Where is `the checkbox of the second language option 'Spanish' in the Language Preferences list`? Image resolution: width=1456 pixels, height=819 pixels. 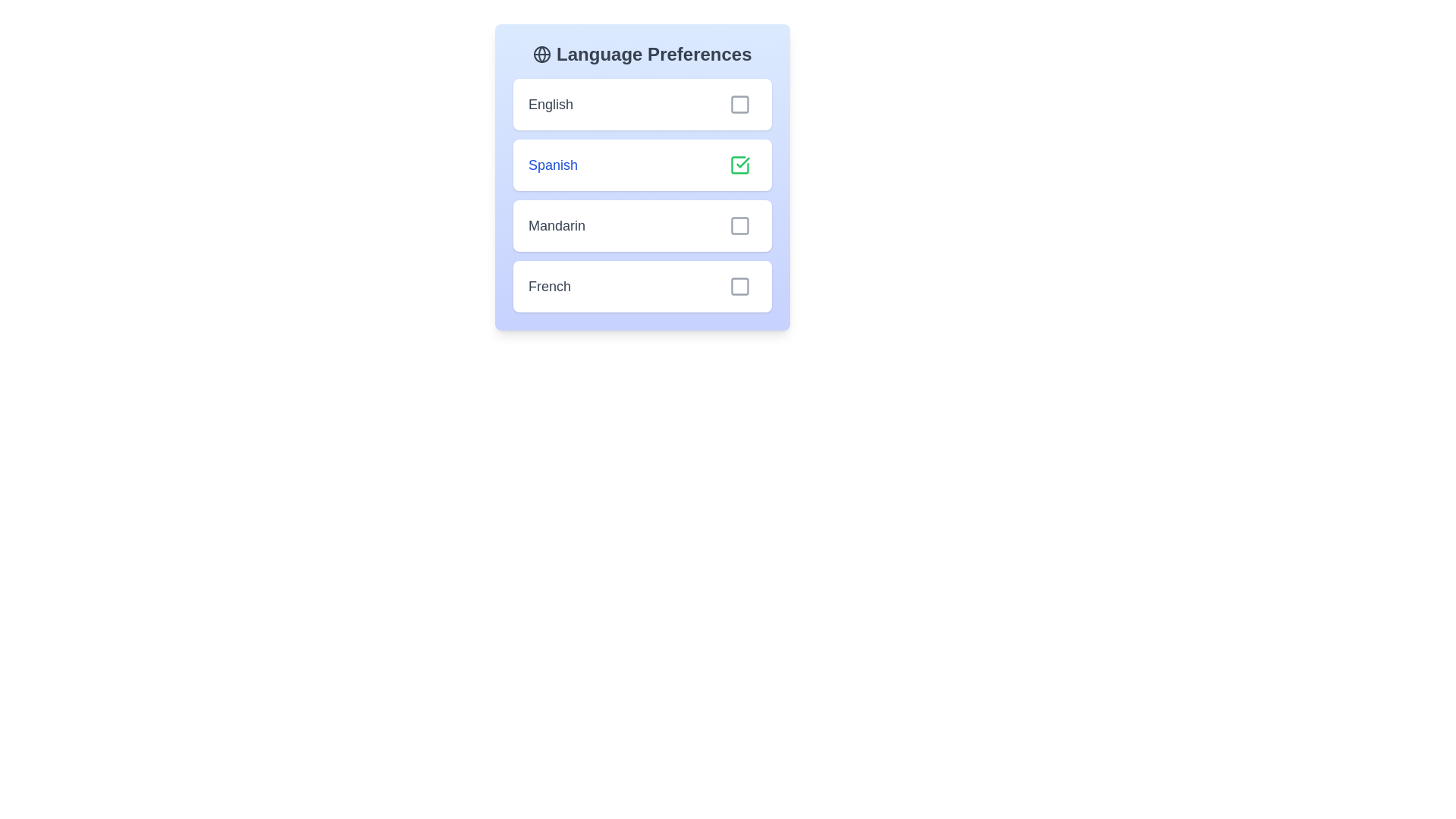 the checkbox of the second language option 'Spanish' in the Language Preferences list is located at coordinates (642, 177).